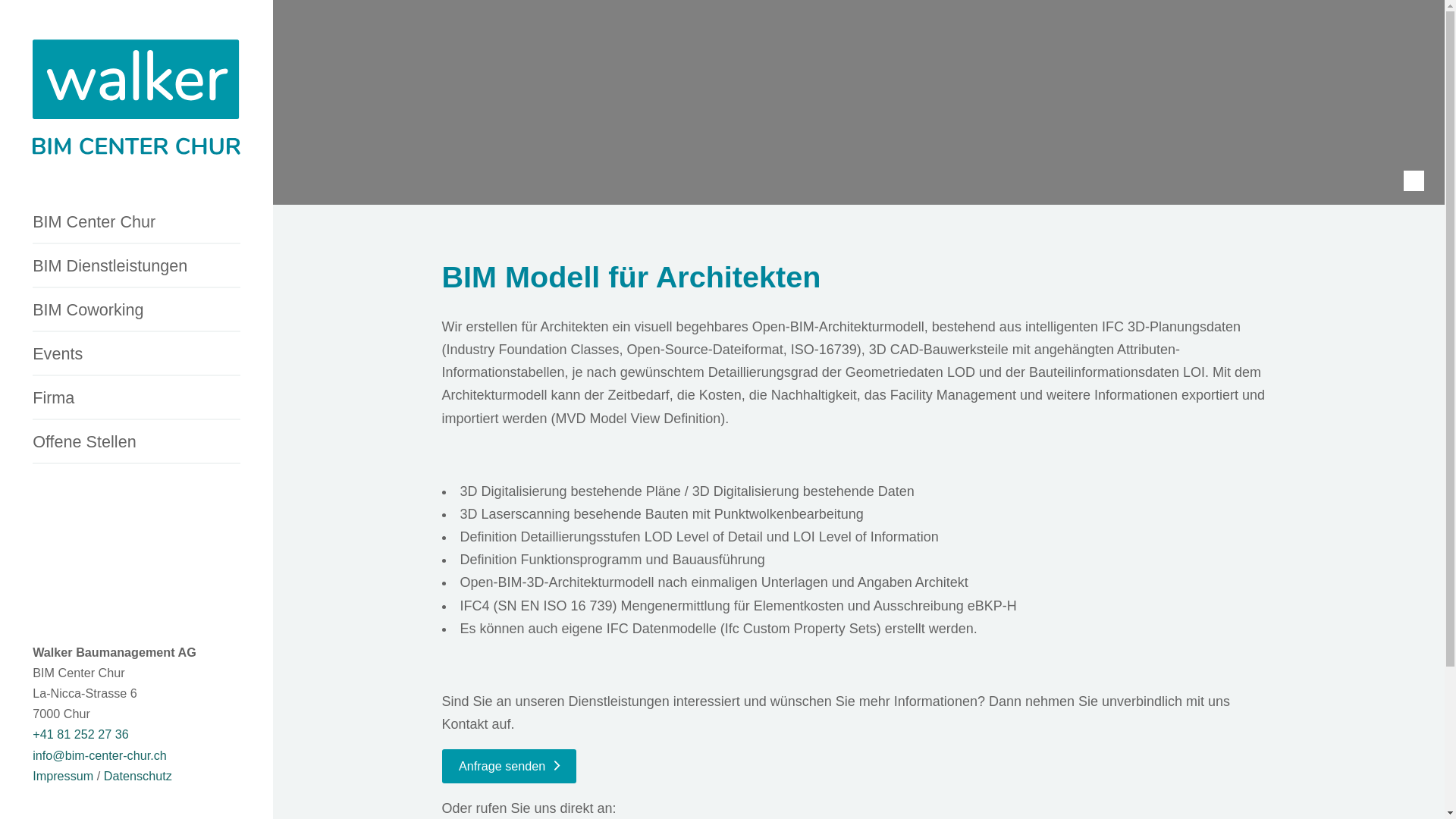 Image resolution: width=1456 pixels, height=819 pixels. Describe the element at coordinates (136, 397) in the screenshot. I see `'Firma'` at that location.